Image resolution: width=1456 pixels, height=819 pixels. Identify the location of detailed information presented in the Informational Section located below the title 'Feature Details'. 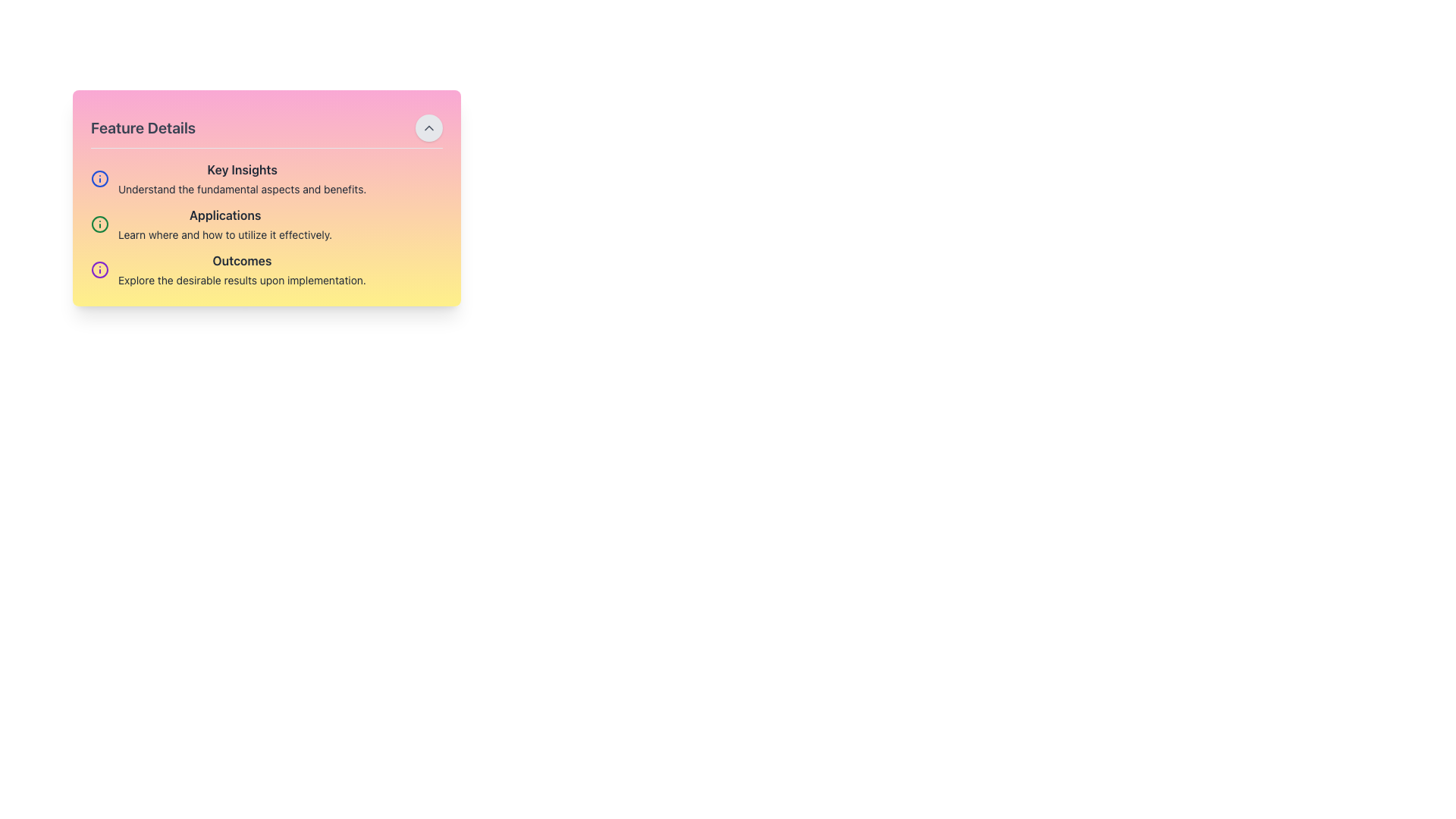
(266, 224).